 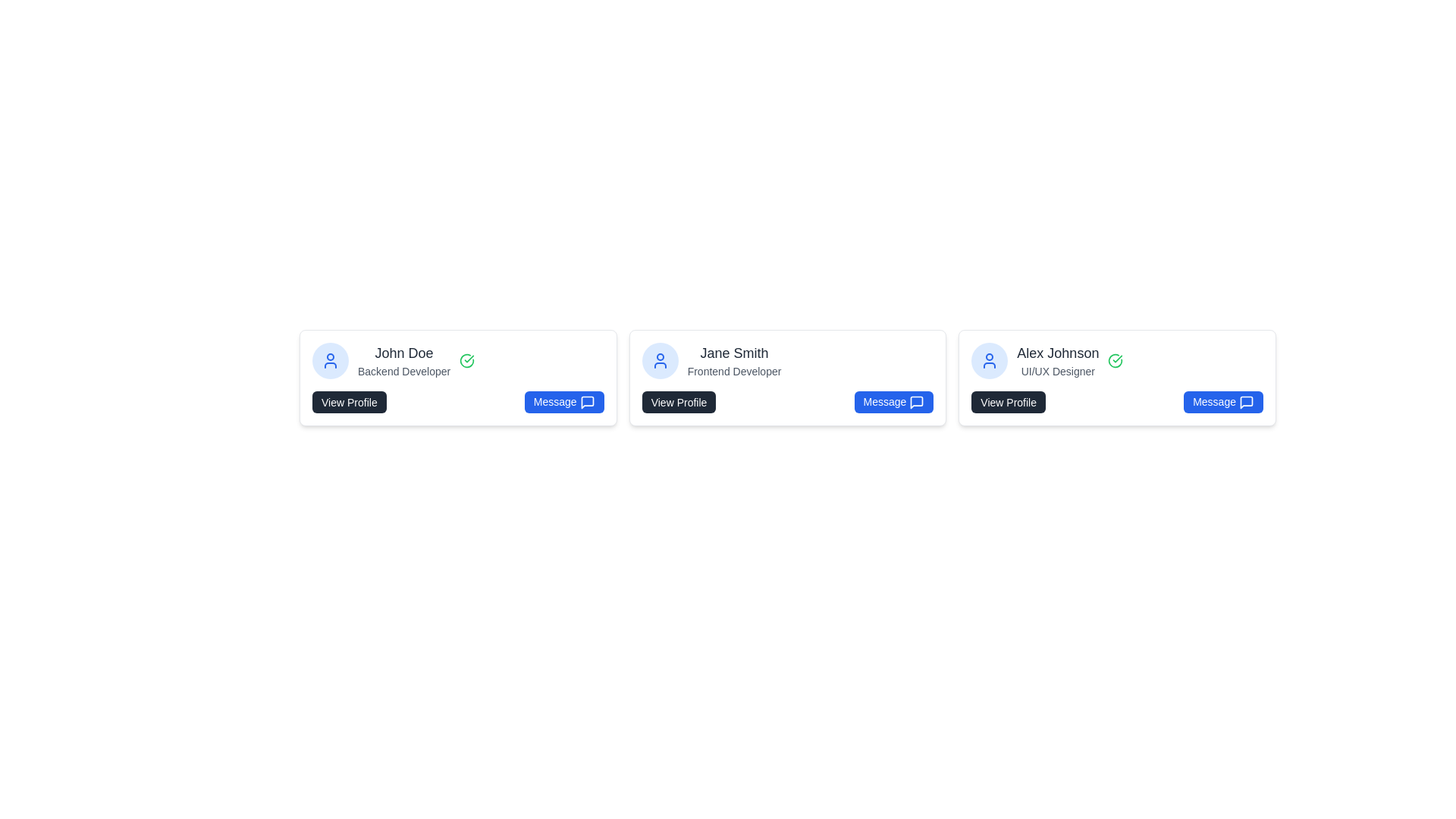 What do you see at coordinates (404, 360) in the screenshot?
I see `the text display label showing 'John Doe' and 'Backend Developer' in gray hues, located at the top center of the leftmost profile card` at bounding box center [404, 360].